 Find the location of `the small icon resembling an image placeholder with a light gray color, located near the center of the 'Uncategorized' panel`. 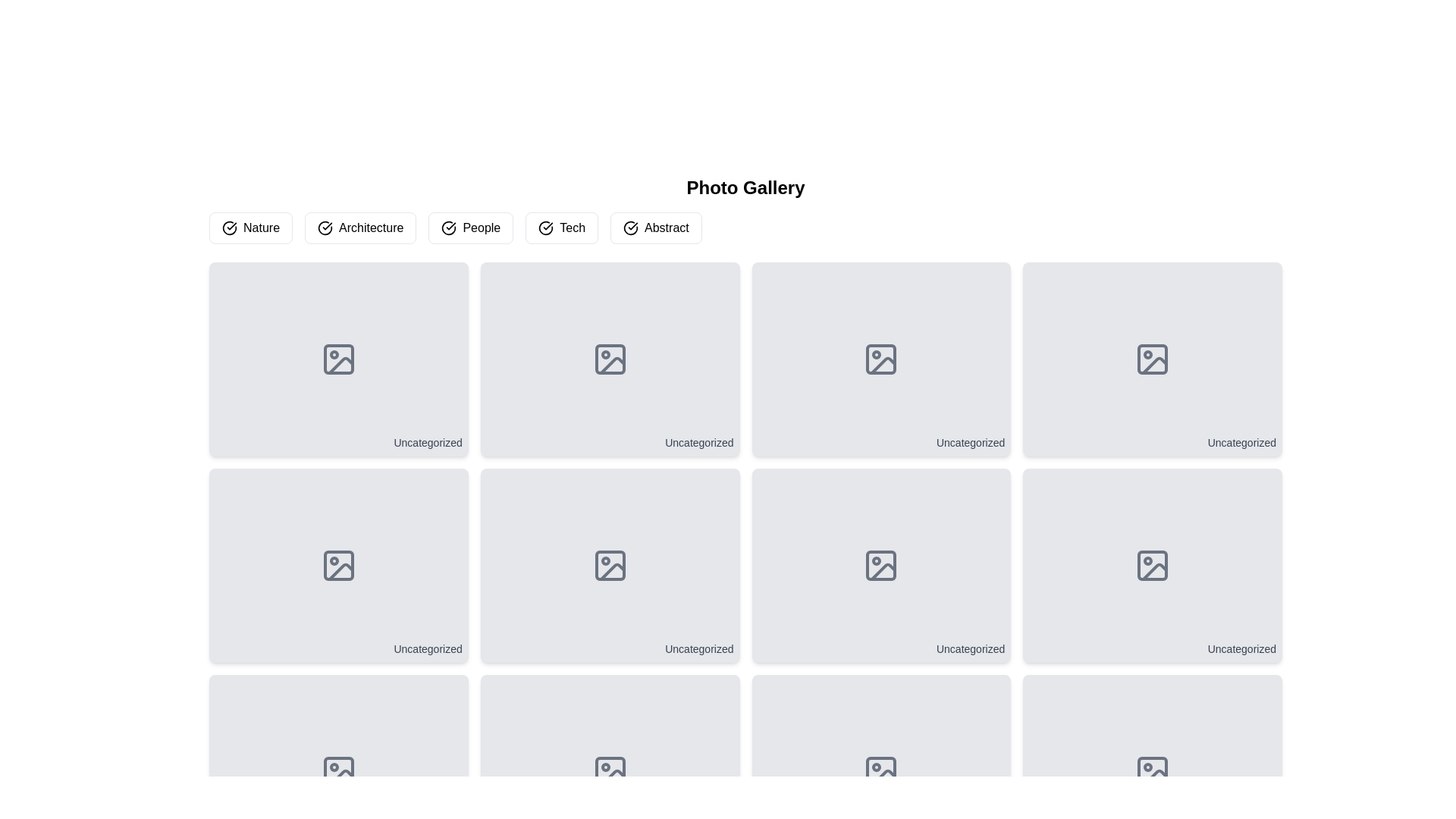

the small icon resembling an image placeholder with a light gray color, located near the center of the 'Uncategorized' panel is located at coordinates (337, 359).